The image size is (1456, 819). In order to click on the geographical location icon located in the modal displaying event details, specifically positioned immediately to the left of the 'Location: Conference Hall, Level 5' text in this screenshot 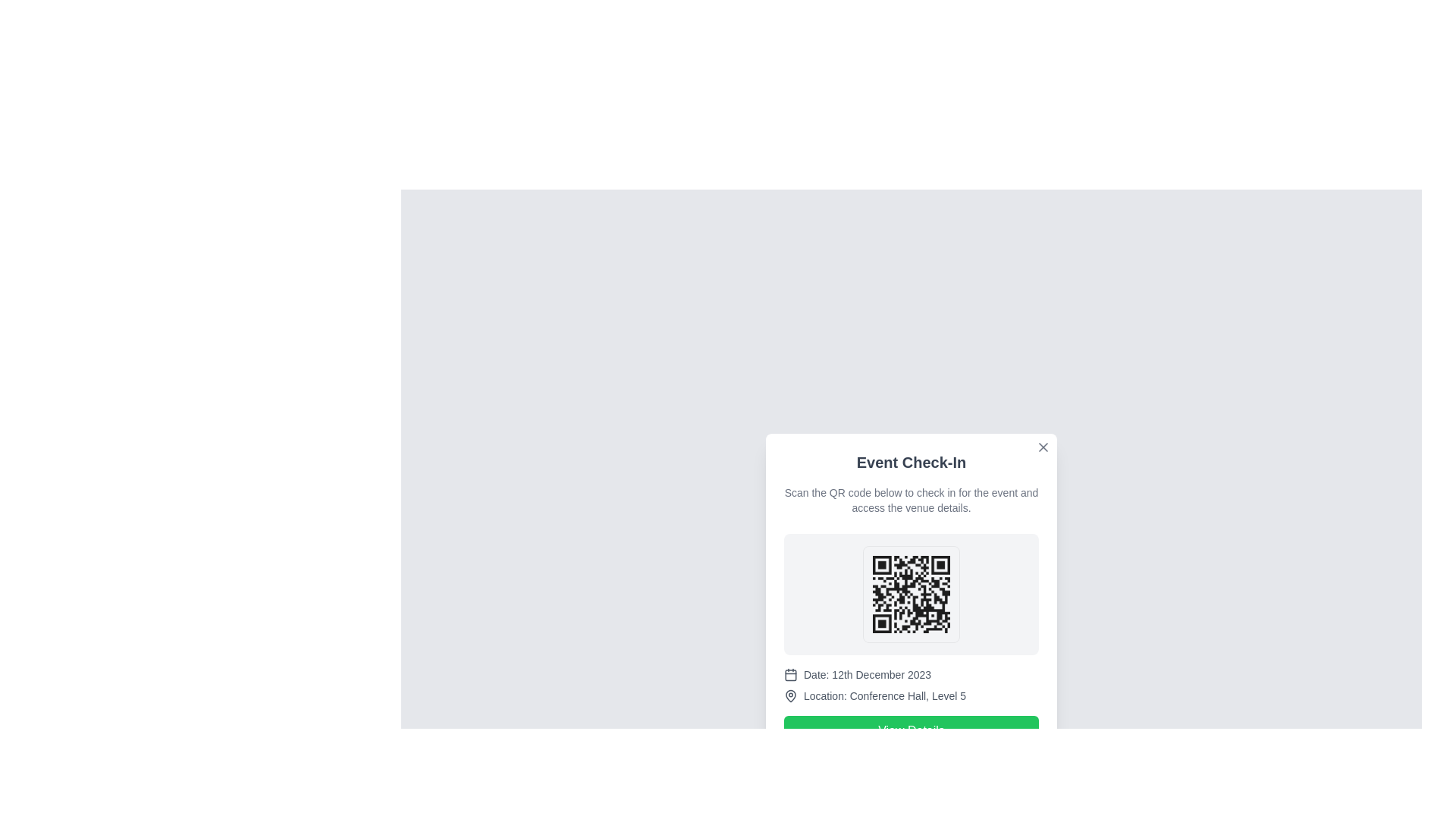, I will do `click(789, 695)`.